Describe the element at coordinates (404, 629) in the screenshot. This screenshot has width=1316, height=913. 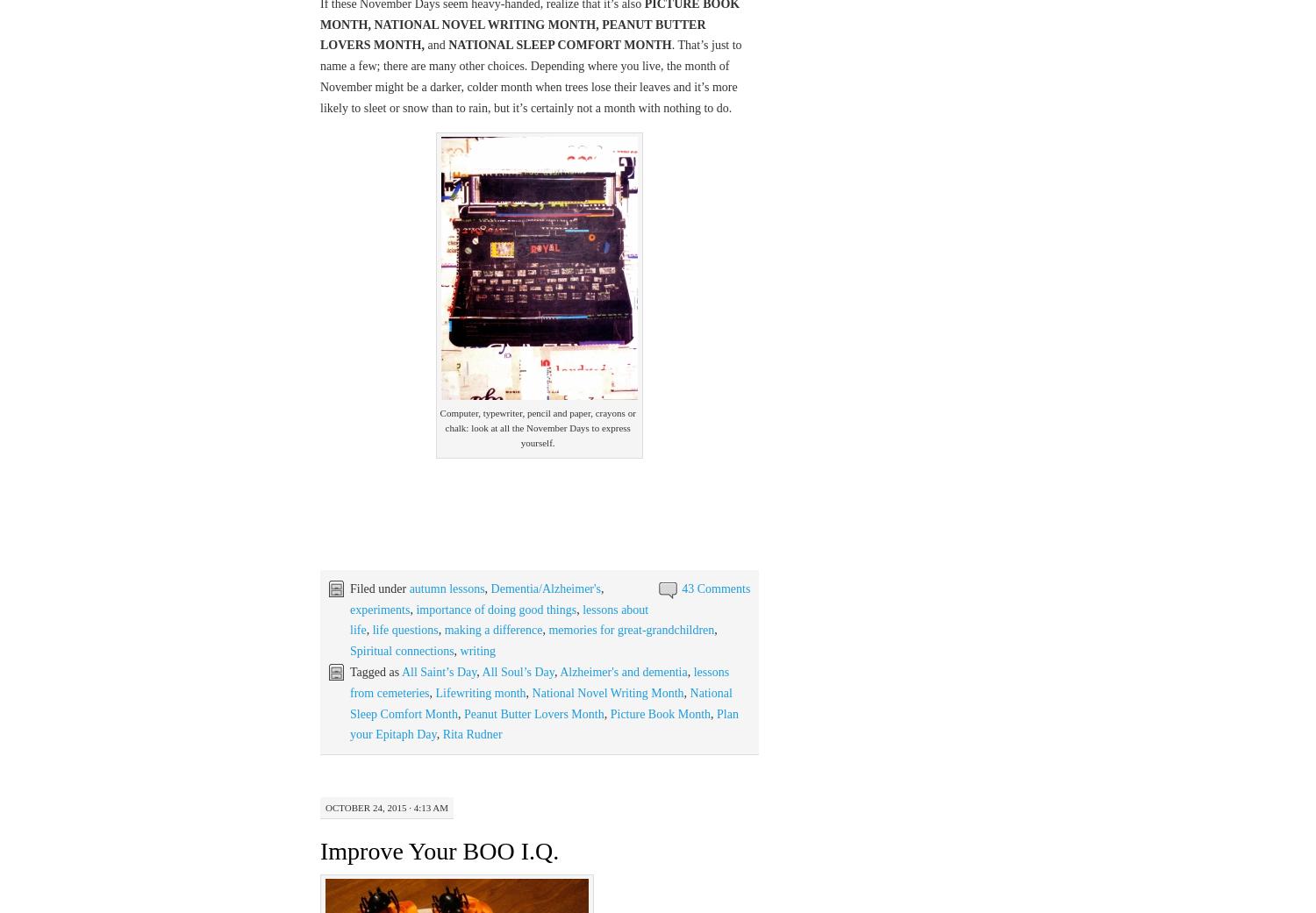
I see `'life questions'` at that location.